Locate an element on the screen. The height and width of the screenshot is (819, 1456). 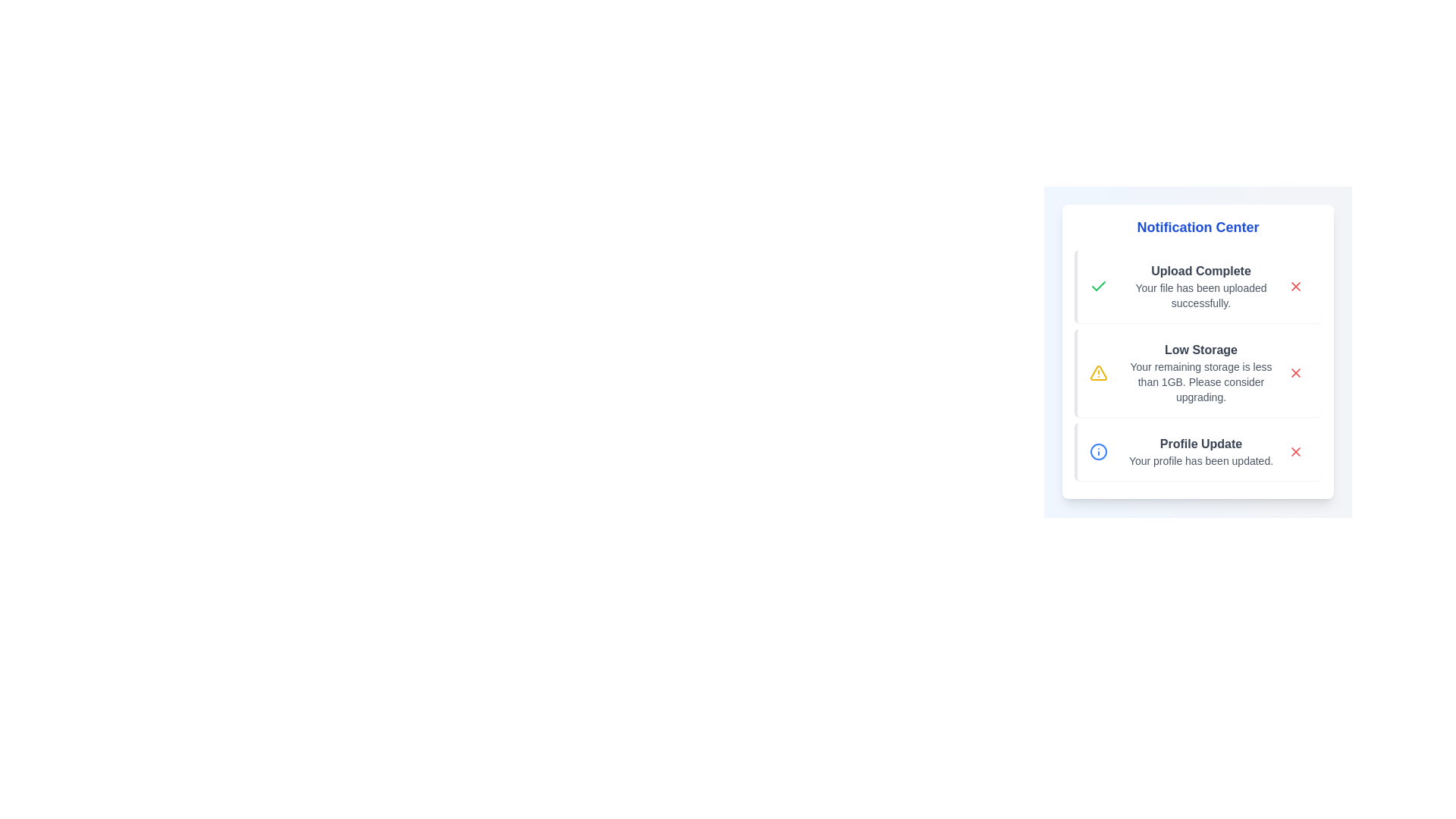
the informational icon representing the Profile Update notification located to the left of the 'Profile Update' text in the third notification block is located at coordinates (1099, 451).